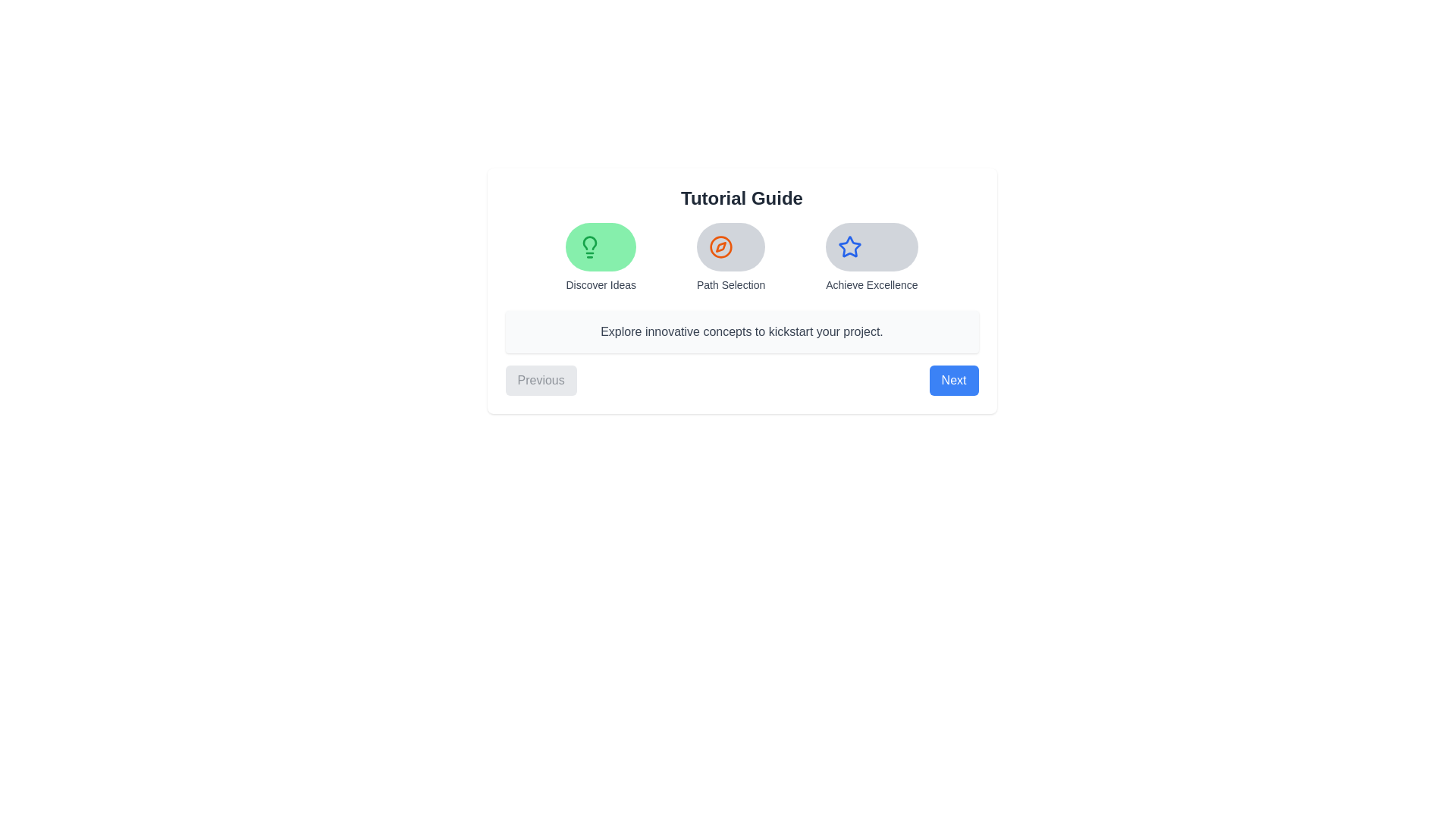 The width and height of the screenshot is (1456, 819). I want to click on the icon representing the tutorial step Achieve Excellence, so click(871, 246).